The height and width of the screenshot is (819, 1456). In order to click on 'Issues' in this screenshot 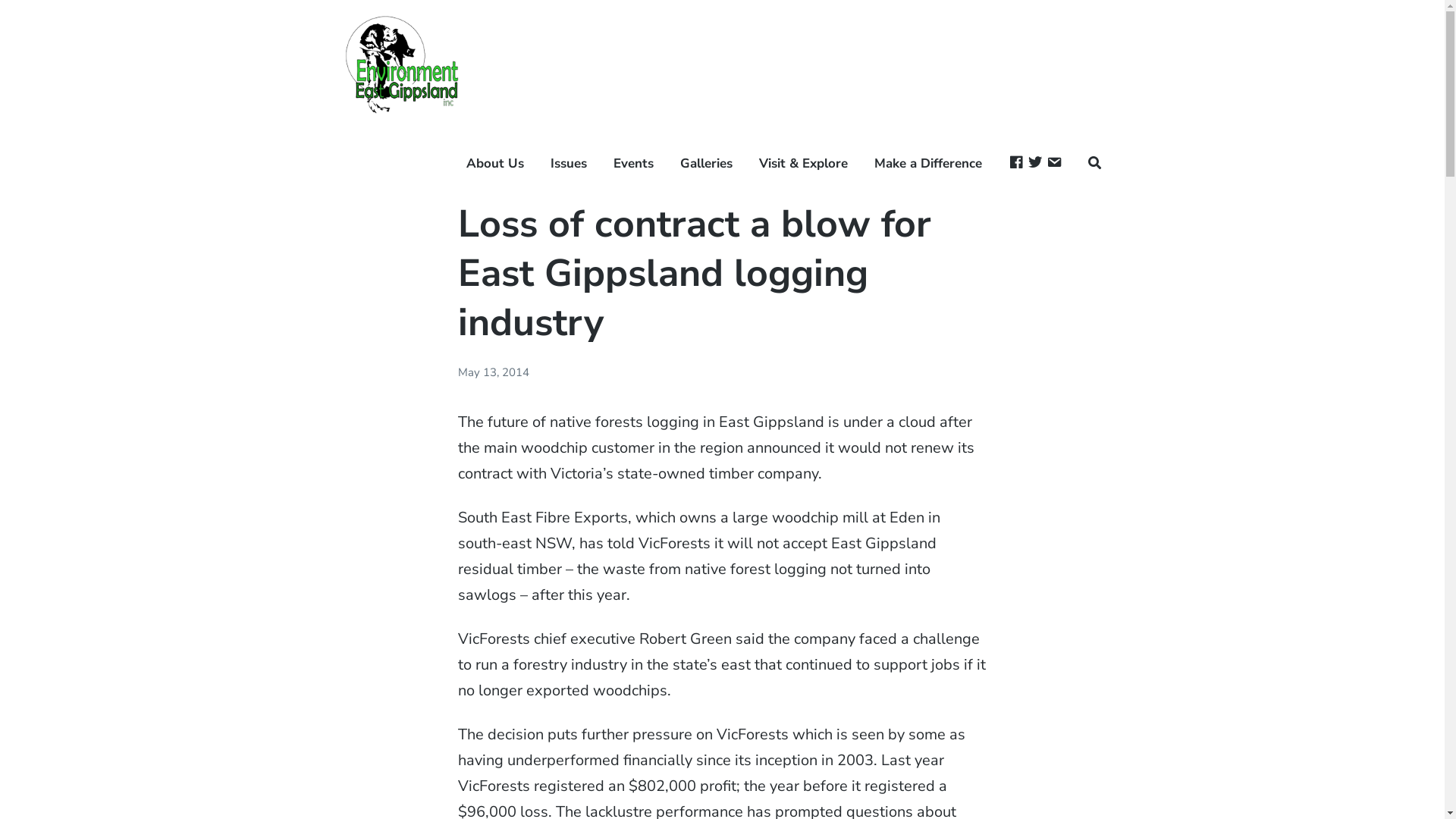, I will do `click(567, 164)`.